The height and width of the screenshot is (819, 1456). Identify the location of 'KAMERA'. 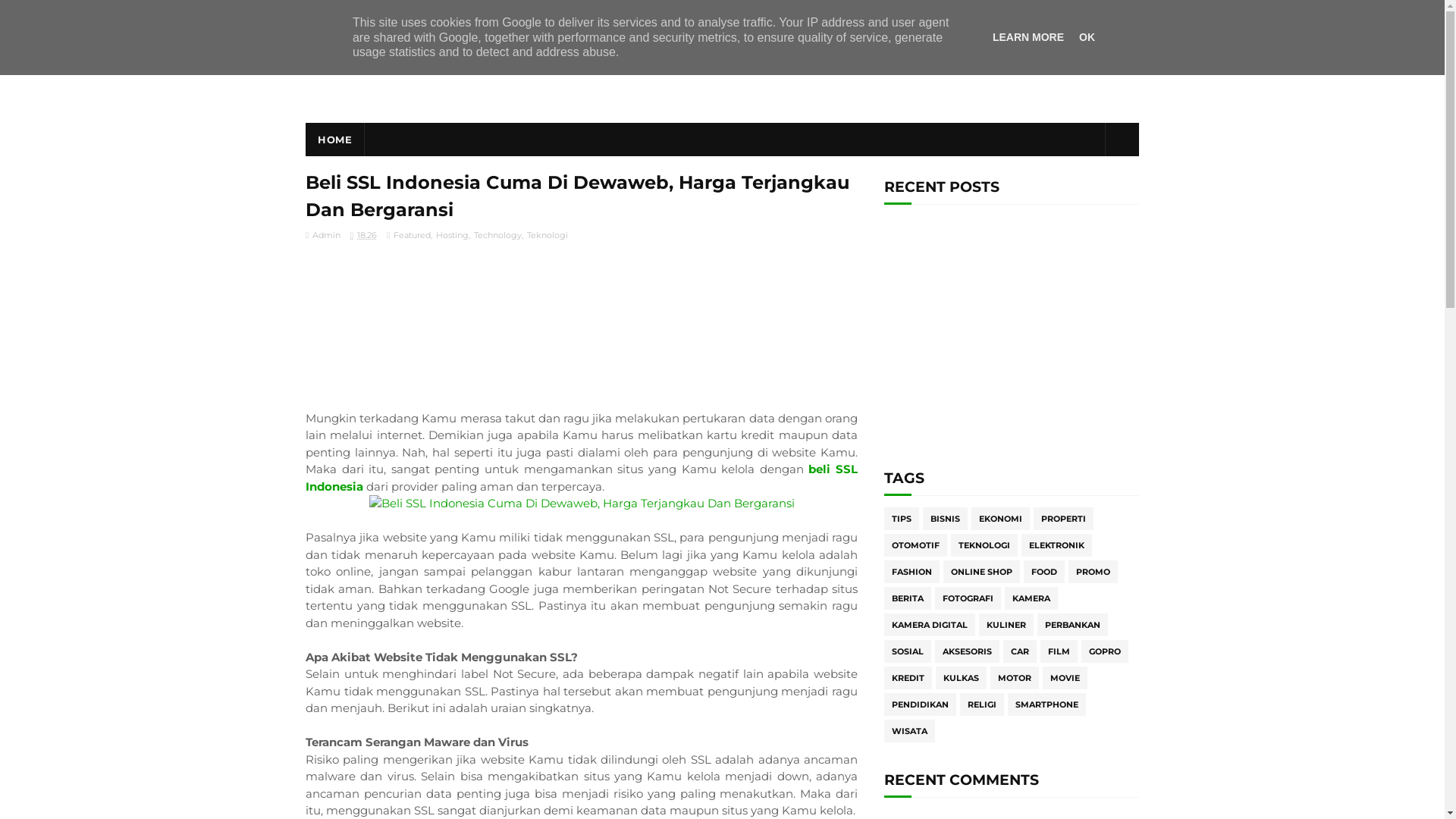
(1031, 598).